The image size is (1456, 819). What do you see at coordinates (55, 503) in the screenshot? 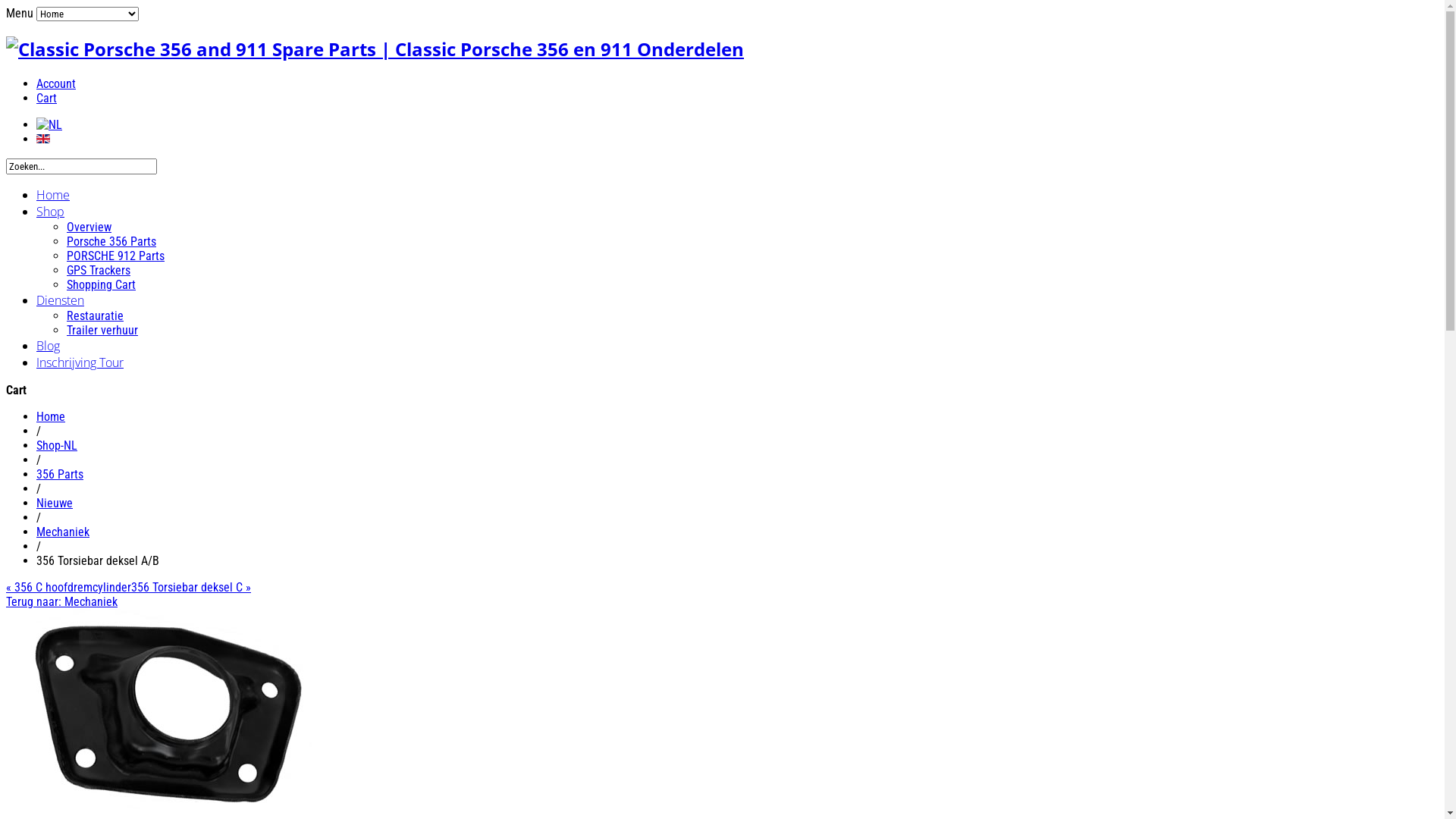
I see `'Nieuwe'` at bounding box center [55, 503].